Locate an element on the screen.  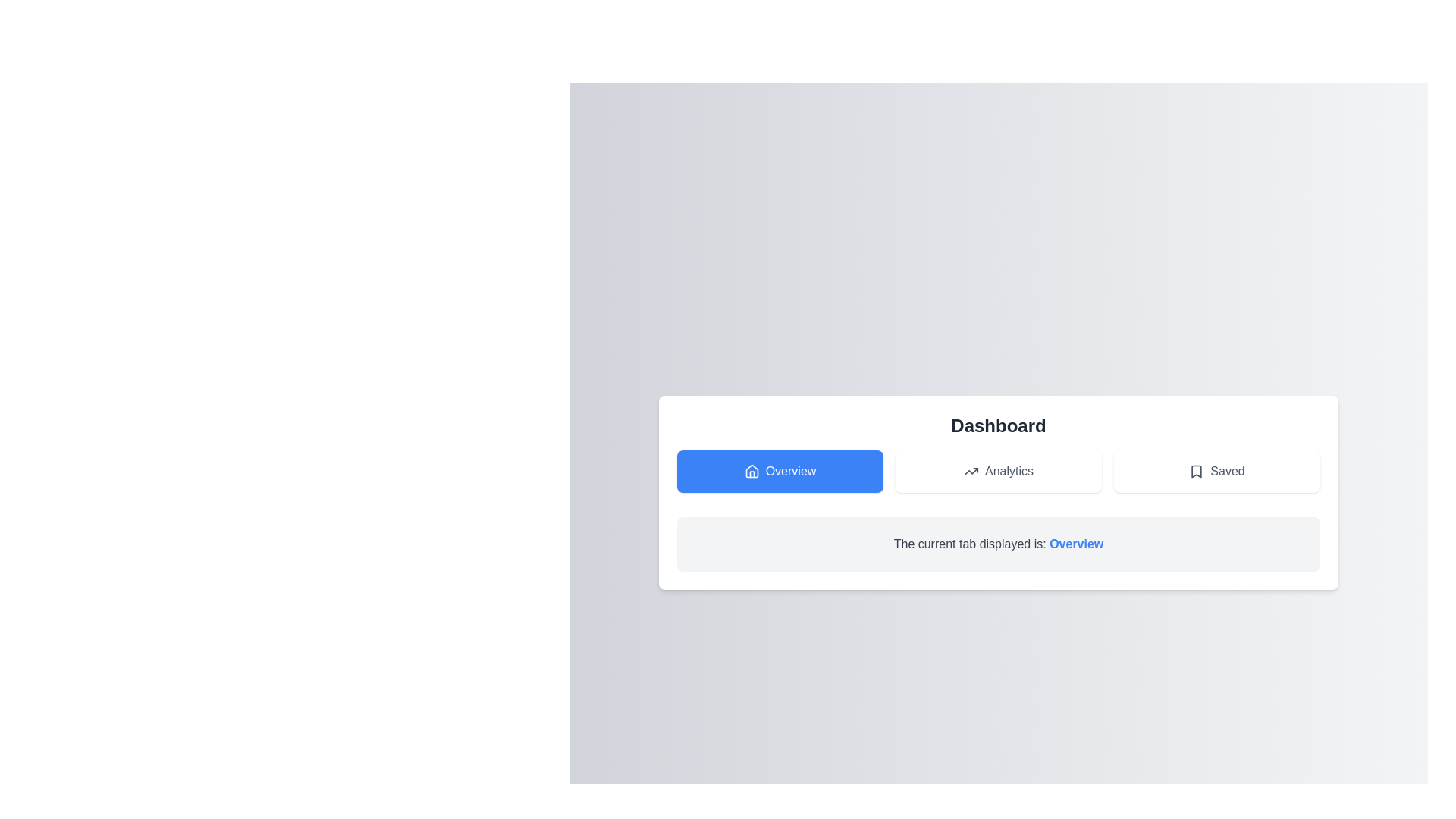
the 'Overview' text label, which is displayed in bold blue font and serves as an emphasis or link, located below the title 'Dashboard' is located at coordinates (1075, 543).